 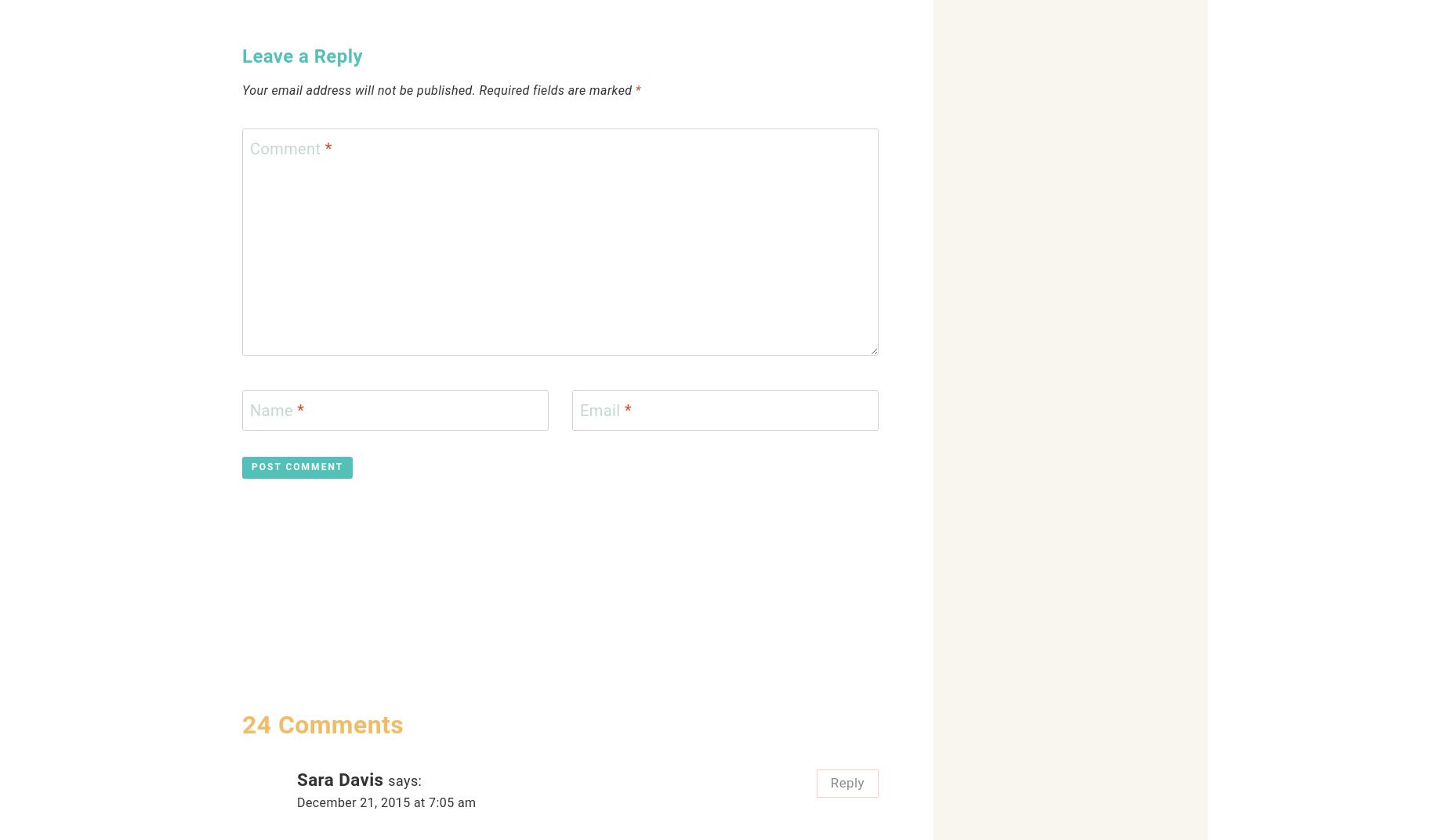 What do you see at coordinates (556, 89) in the screenshot?
I see `'Required fields are marked'` at bounding box center [556, 89].